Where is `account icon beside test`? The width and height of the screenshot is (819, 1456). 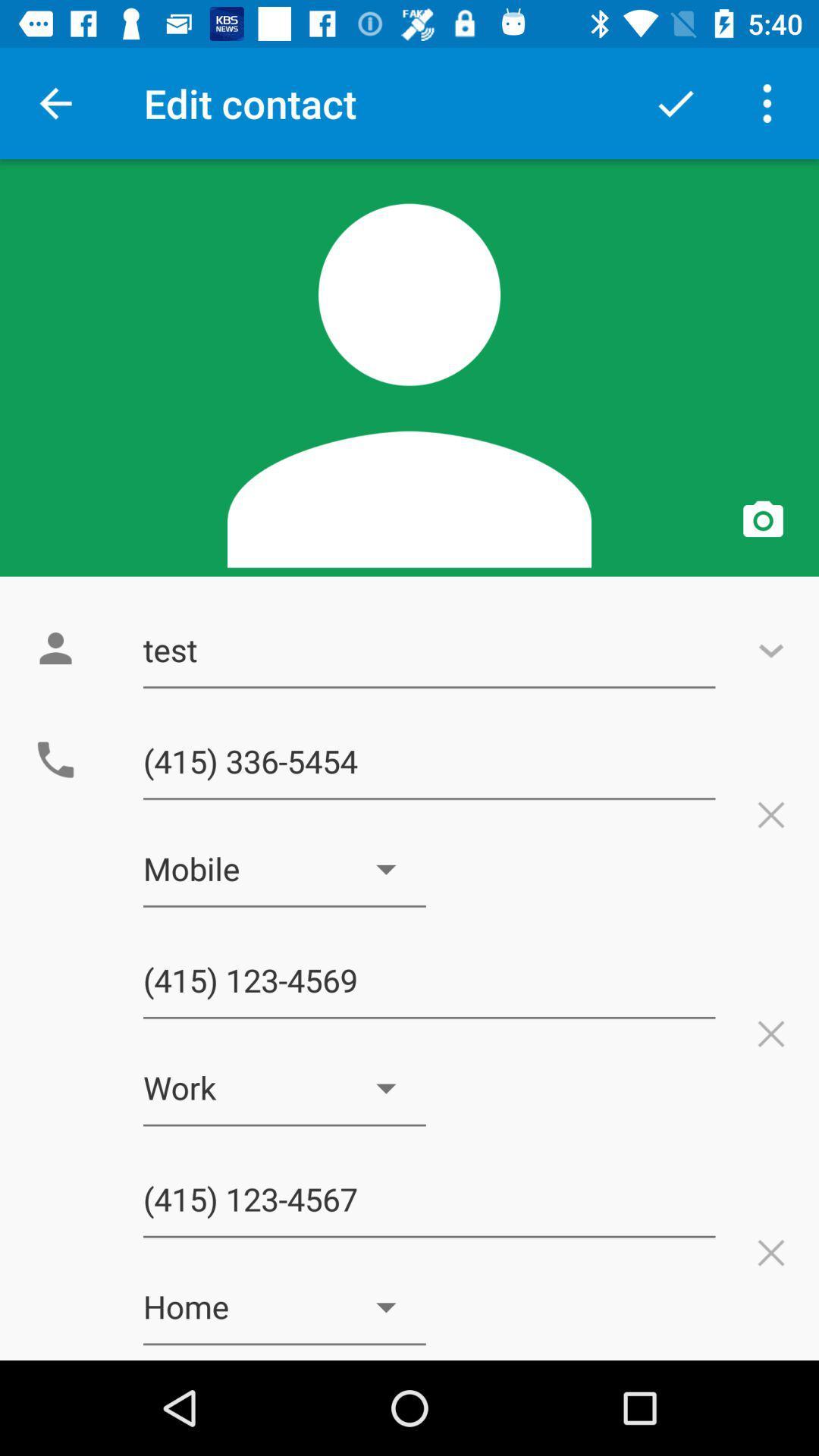 account icon beside test is located at coordinates (55, 648).